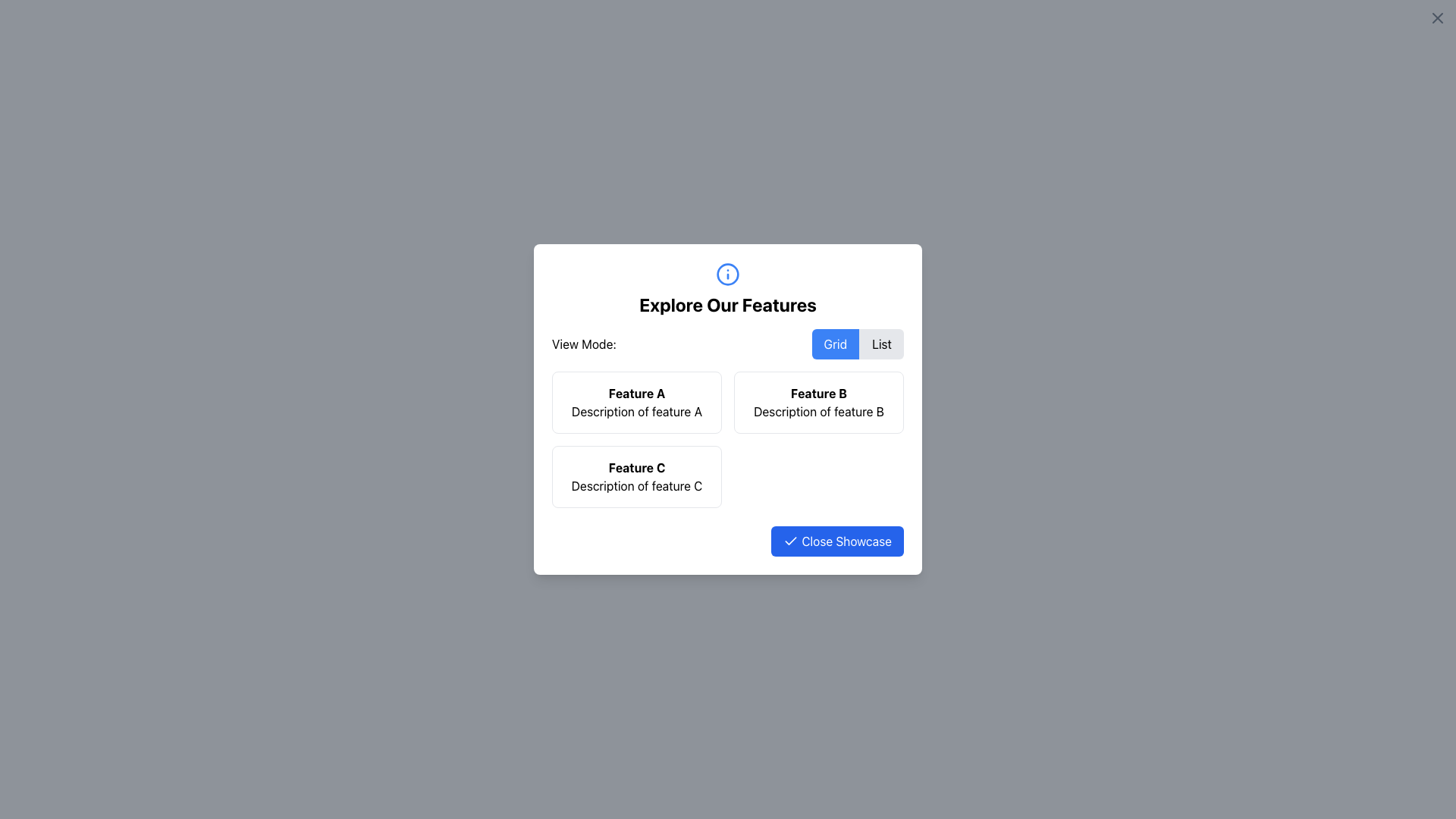 The width and height of the screenshot is (1456, 819). What do you see at coordinates (836, 540) in the screenshot?
I see `the button with a blue background and white text reading 'Close Showcase', located at the bottom-right corner of the card layout` at bounding box center [836, 540].